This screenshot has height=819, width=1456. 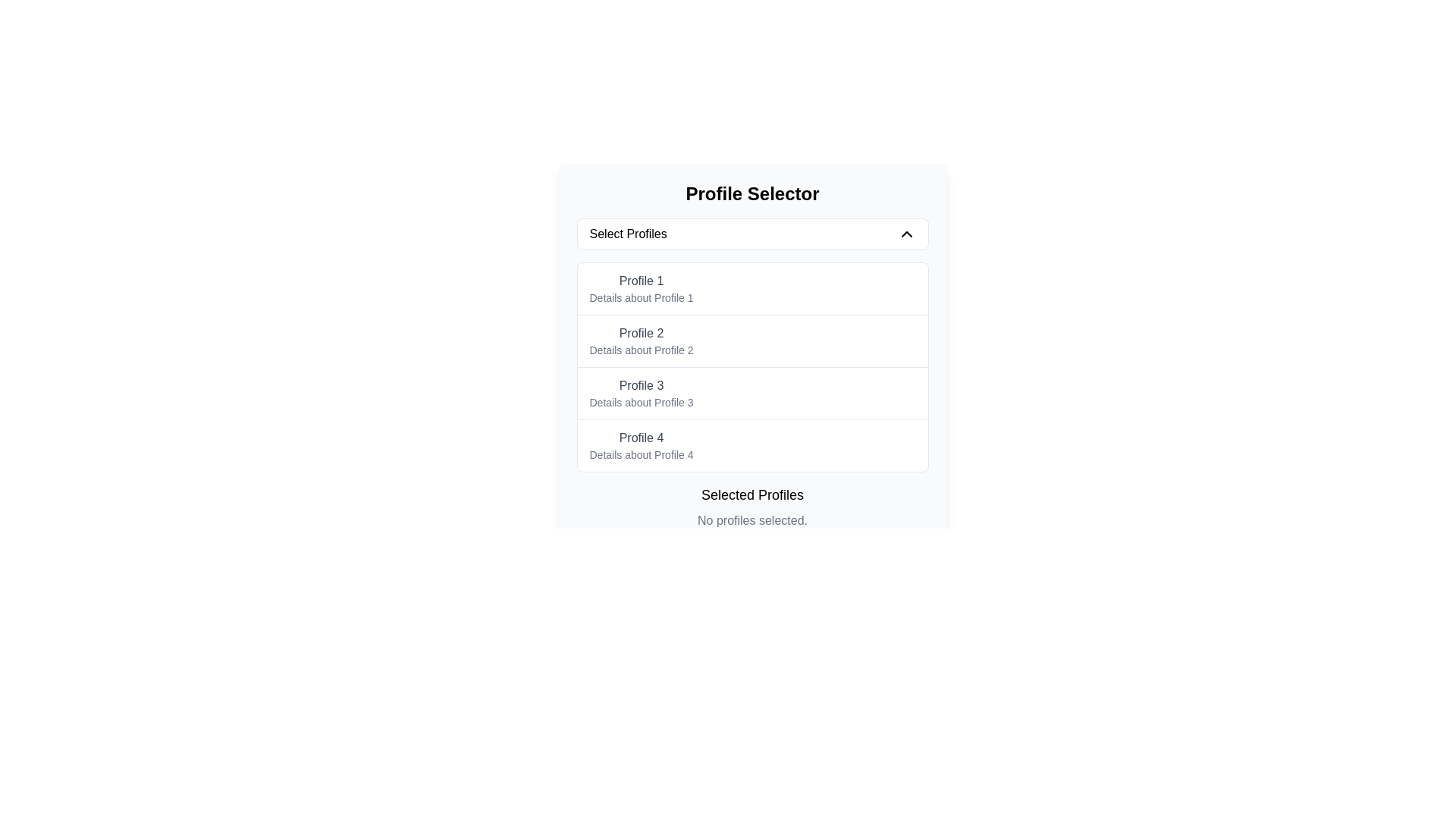 I want to click on the first selectable profile option, 'Profile 1', within the 'Select Profiles' dropdown, so click(x=641, y=289).